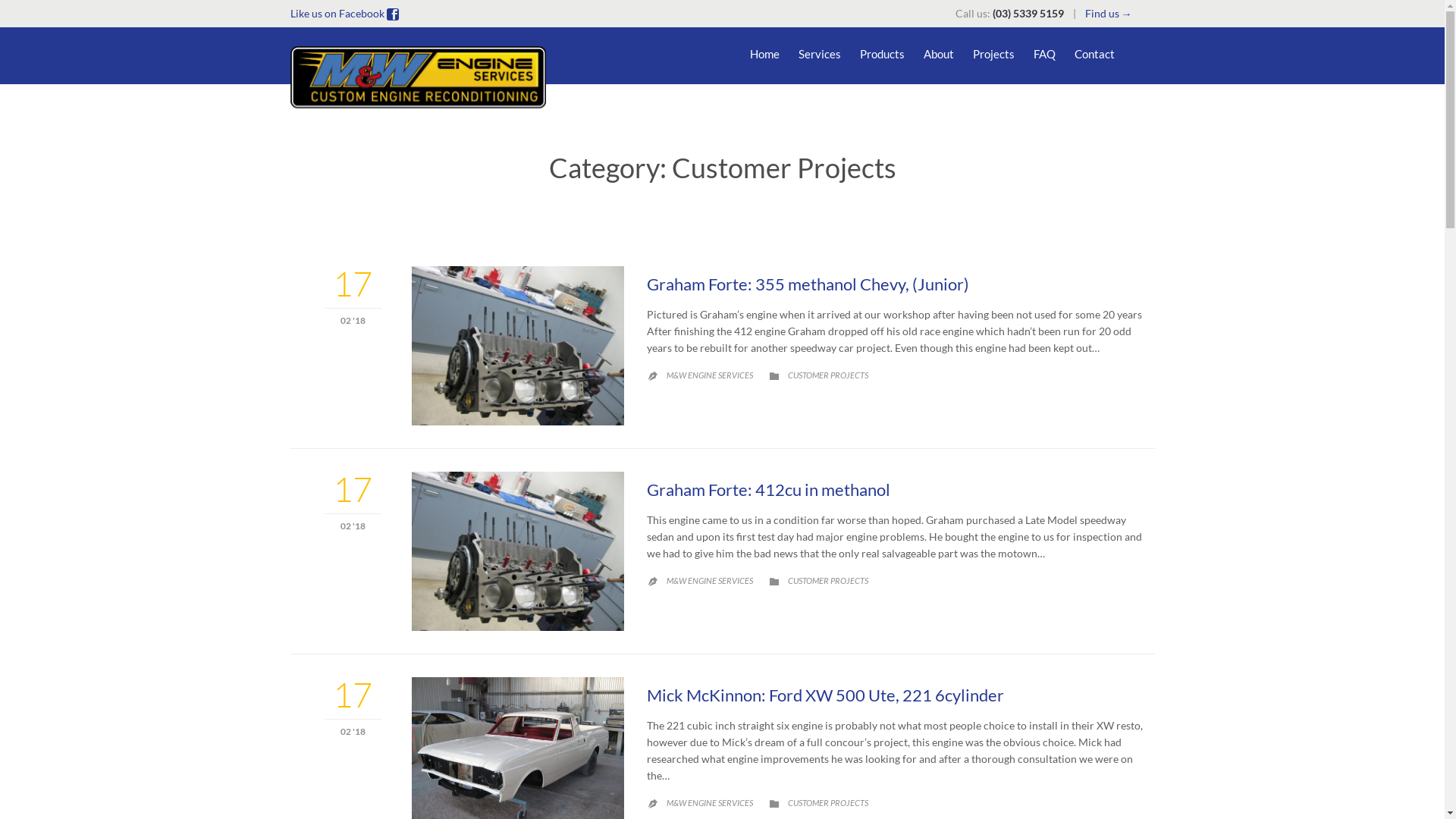 The height and width of the screenshot is (819, 1456). What do you see at coordinates (796, 55) in the screenshot?
I see `'Services'` at bounding box center [796, 55].